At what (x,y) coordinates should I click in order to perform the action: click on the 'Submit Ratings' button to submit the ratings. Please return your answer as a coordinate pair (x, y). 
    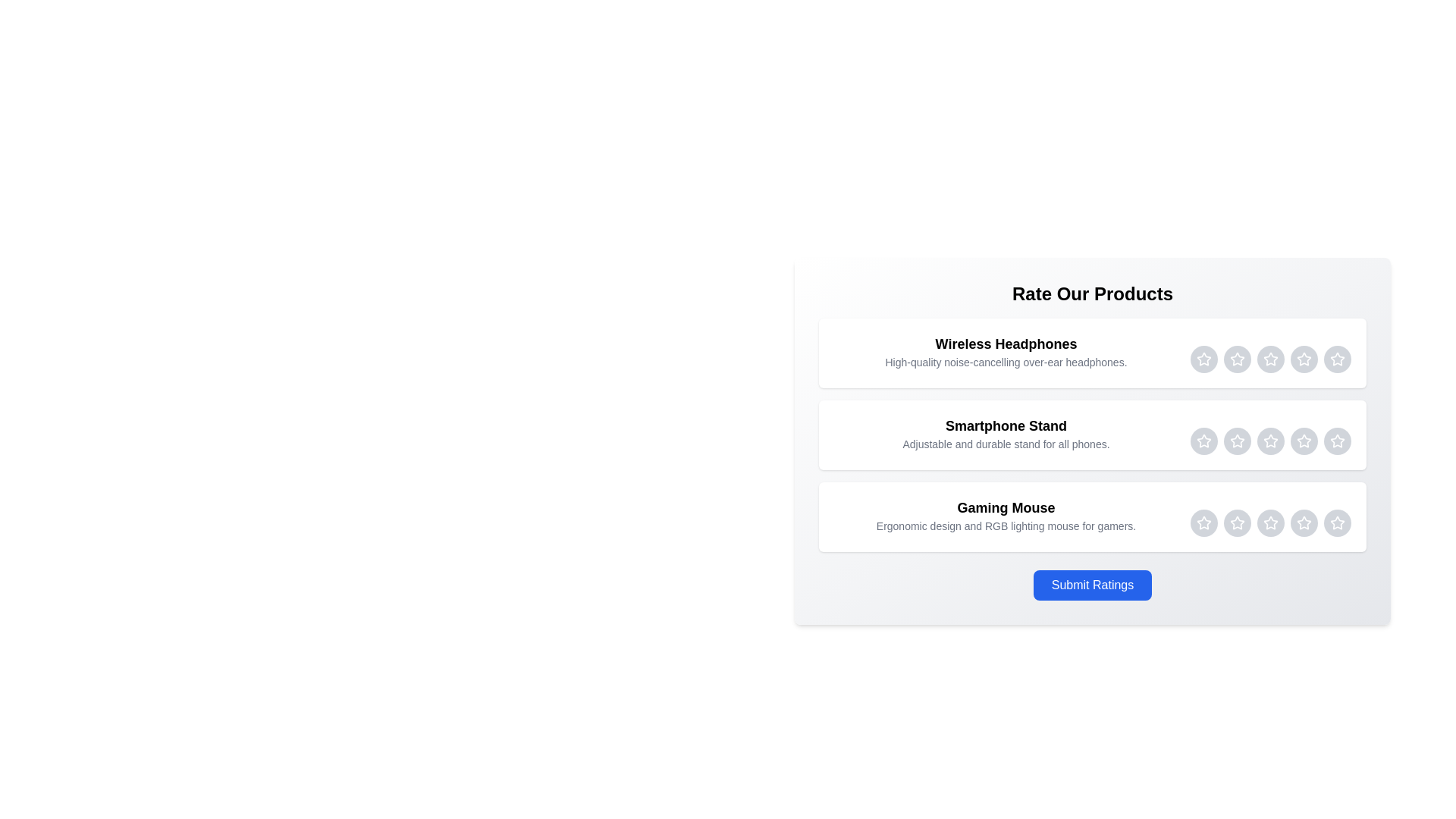
    Looking at the image, I should click on (1092, 584).